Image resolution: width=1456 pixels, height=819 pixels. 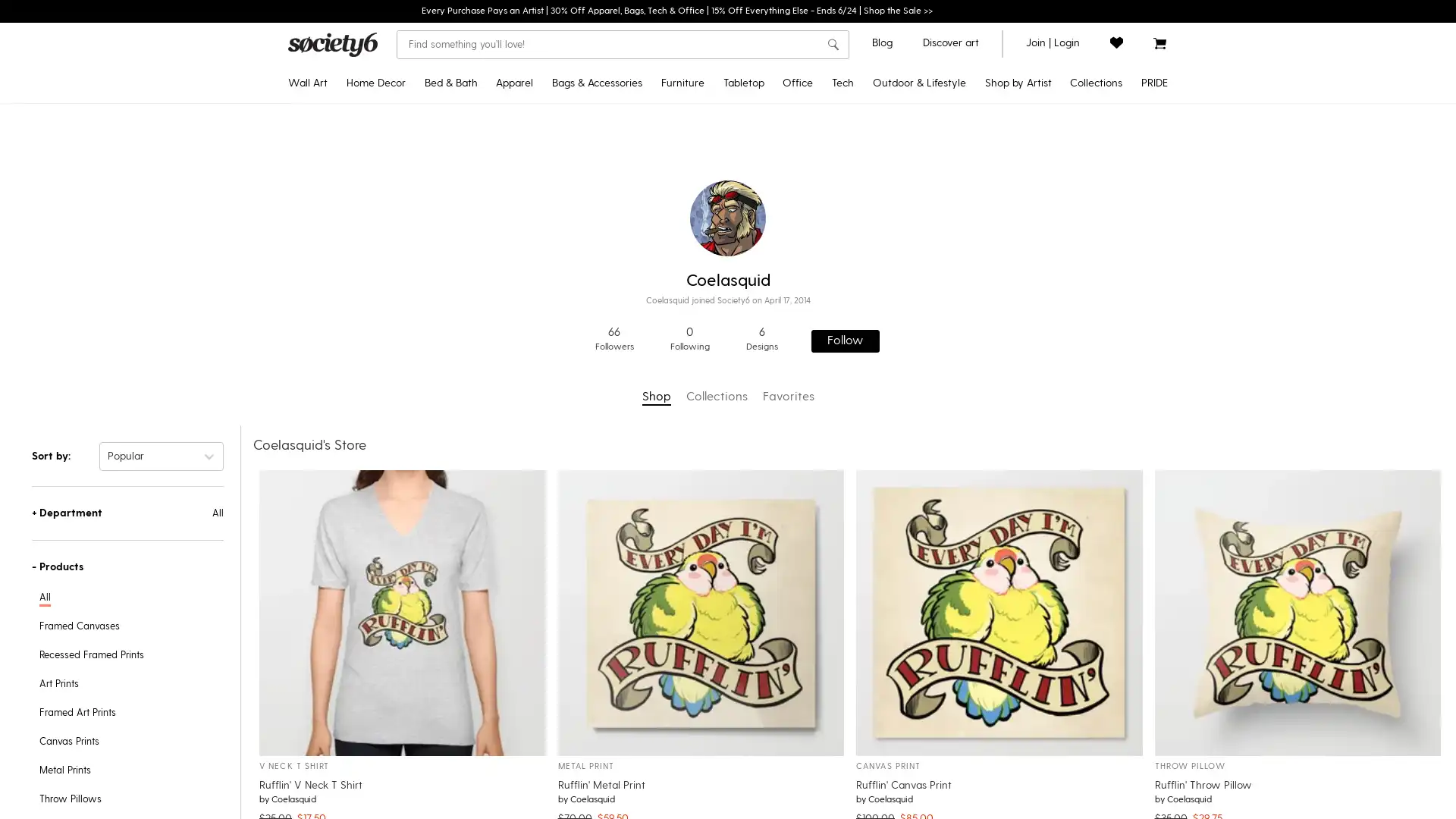 I want to click on iPhone Card Cases, so click(x=896, y=219).